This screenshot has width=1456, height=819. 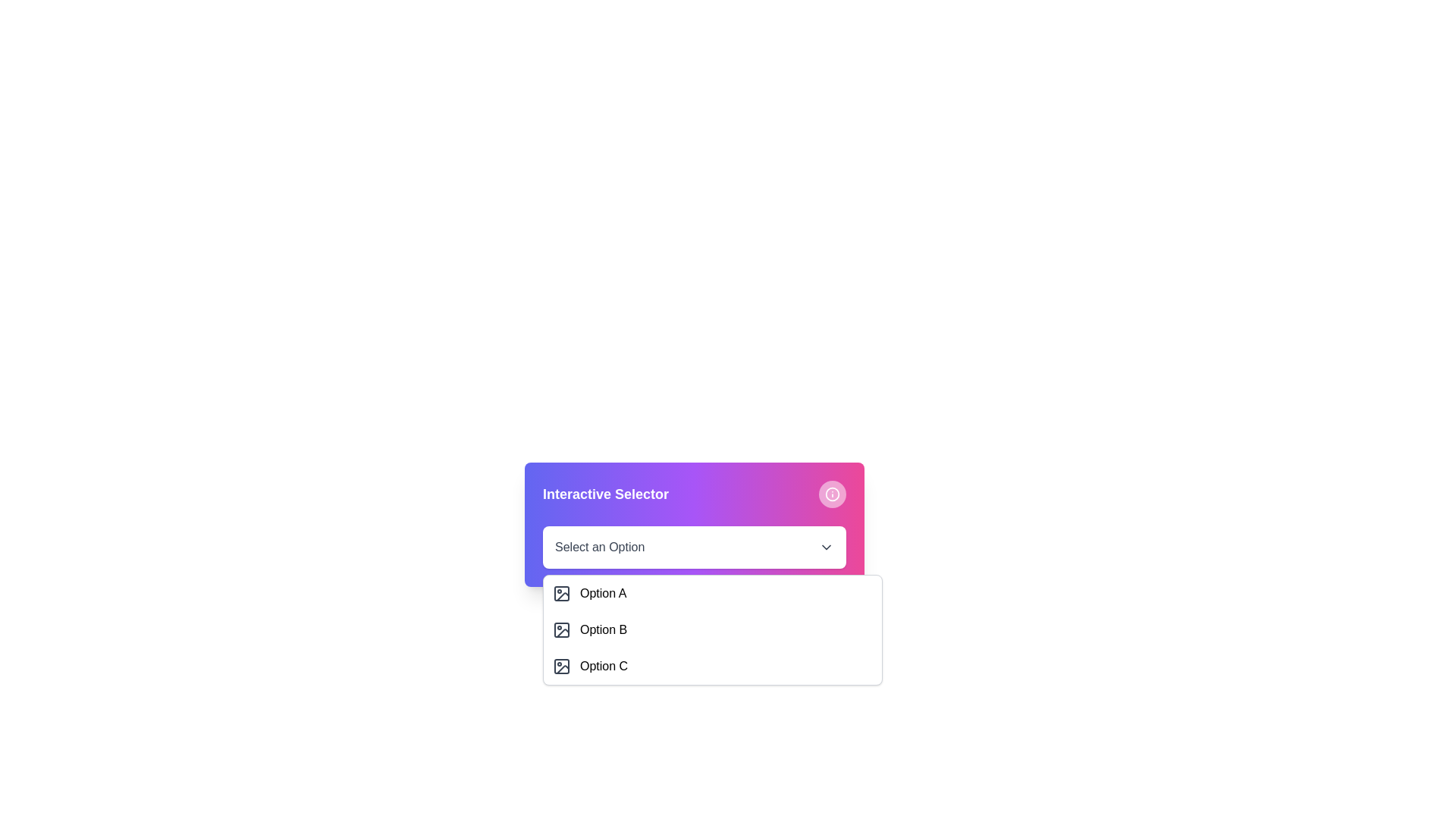 What do you see at coordinates (560, 629) in the screenshot?
I see `the icon representing 'Option B' in the dropdown menu` at bounding box center [560, 629].